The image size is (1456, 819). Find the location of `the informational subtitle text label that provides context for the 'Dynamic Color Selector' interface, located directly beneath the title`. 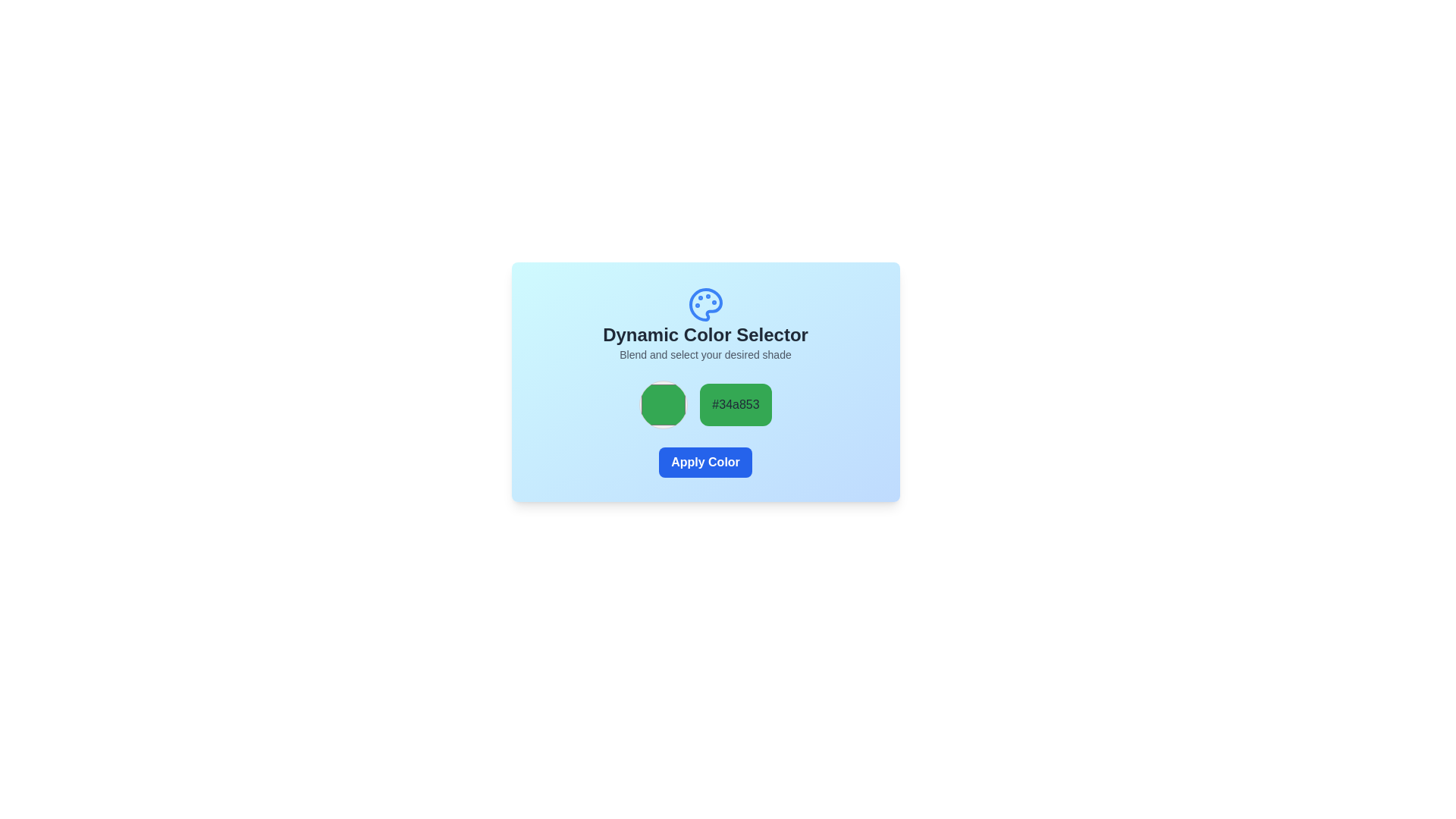

the informational subtitle text label that provides context for the 'Dynamic Color Selector' interface, located directly beneath the title is located at coordinates (704, 354).